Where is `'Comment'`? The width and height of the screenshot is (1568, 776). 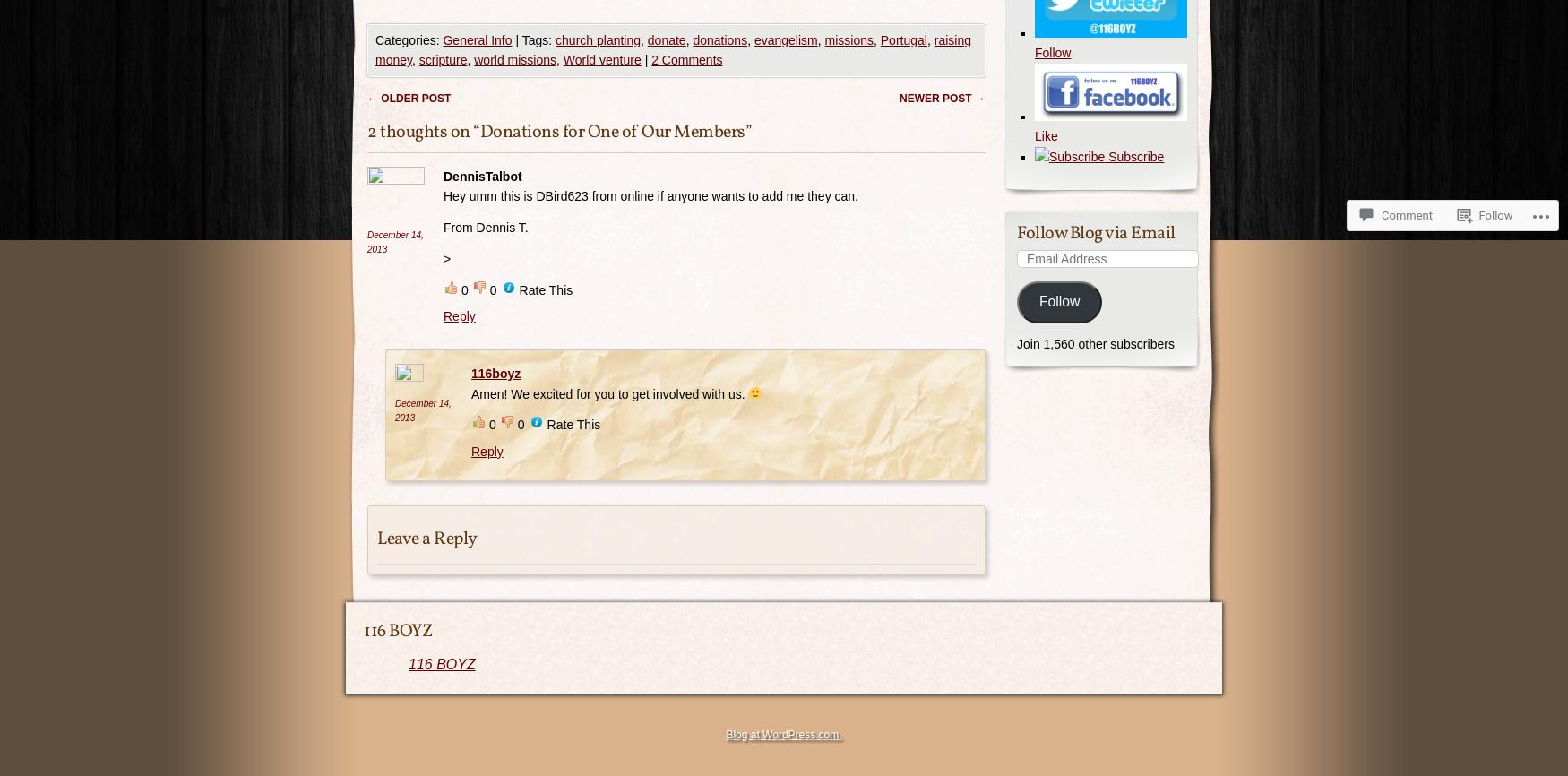
'Comment' is located at coordinates (1380, 214).